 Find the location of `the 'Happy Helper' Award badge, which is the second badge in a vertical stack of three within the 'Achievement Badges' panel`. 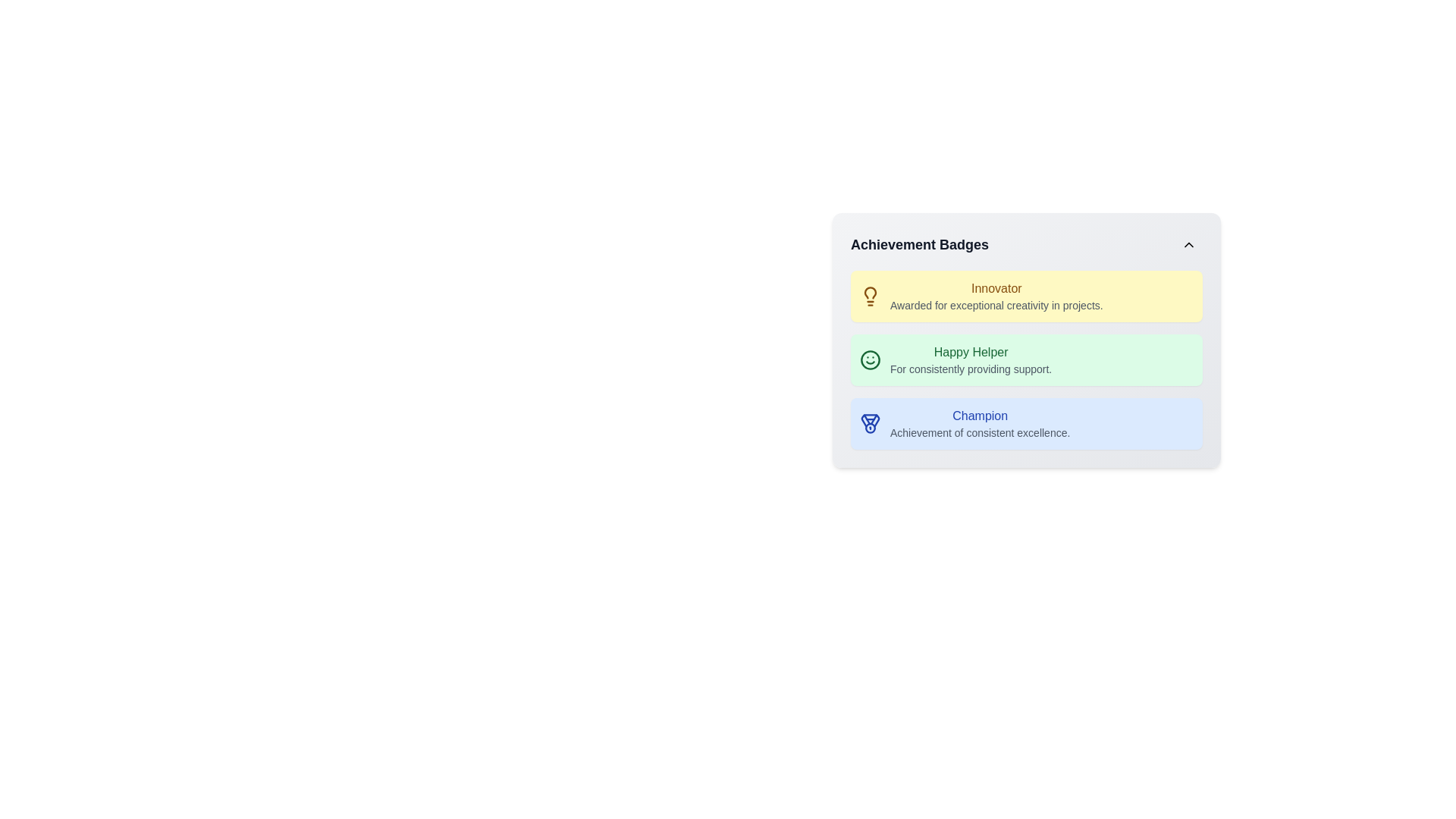

the 'Happy Helper' Award badge, which is the second badge in a vertical stack of three within the 'Achievement Badges' panel is located at coordinates (1026, 359).